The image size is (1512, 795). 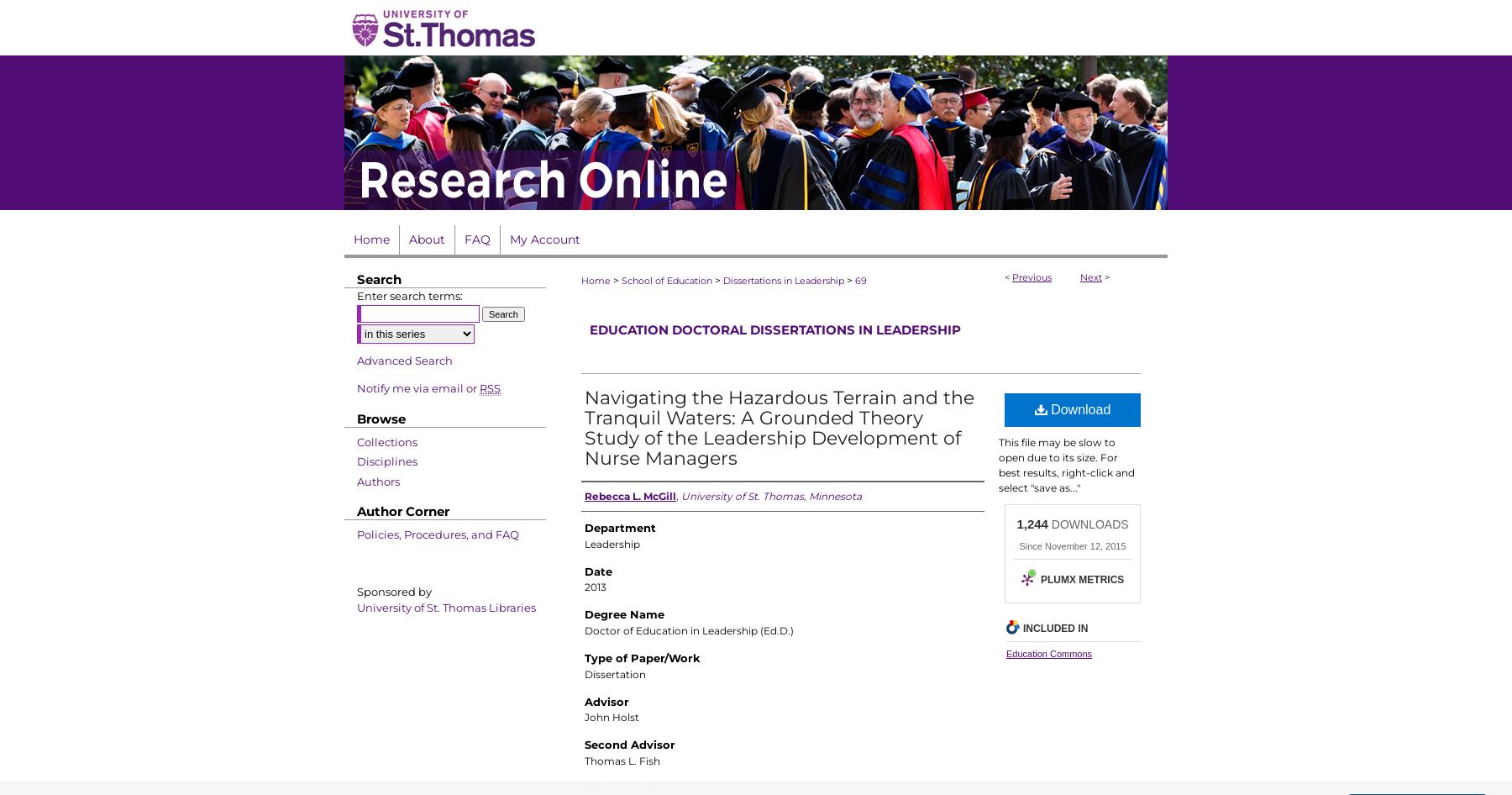 I want to click on 'Since November 12, 2015', so click(x=1018, y=545).